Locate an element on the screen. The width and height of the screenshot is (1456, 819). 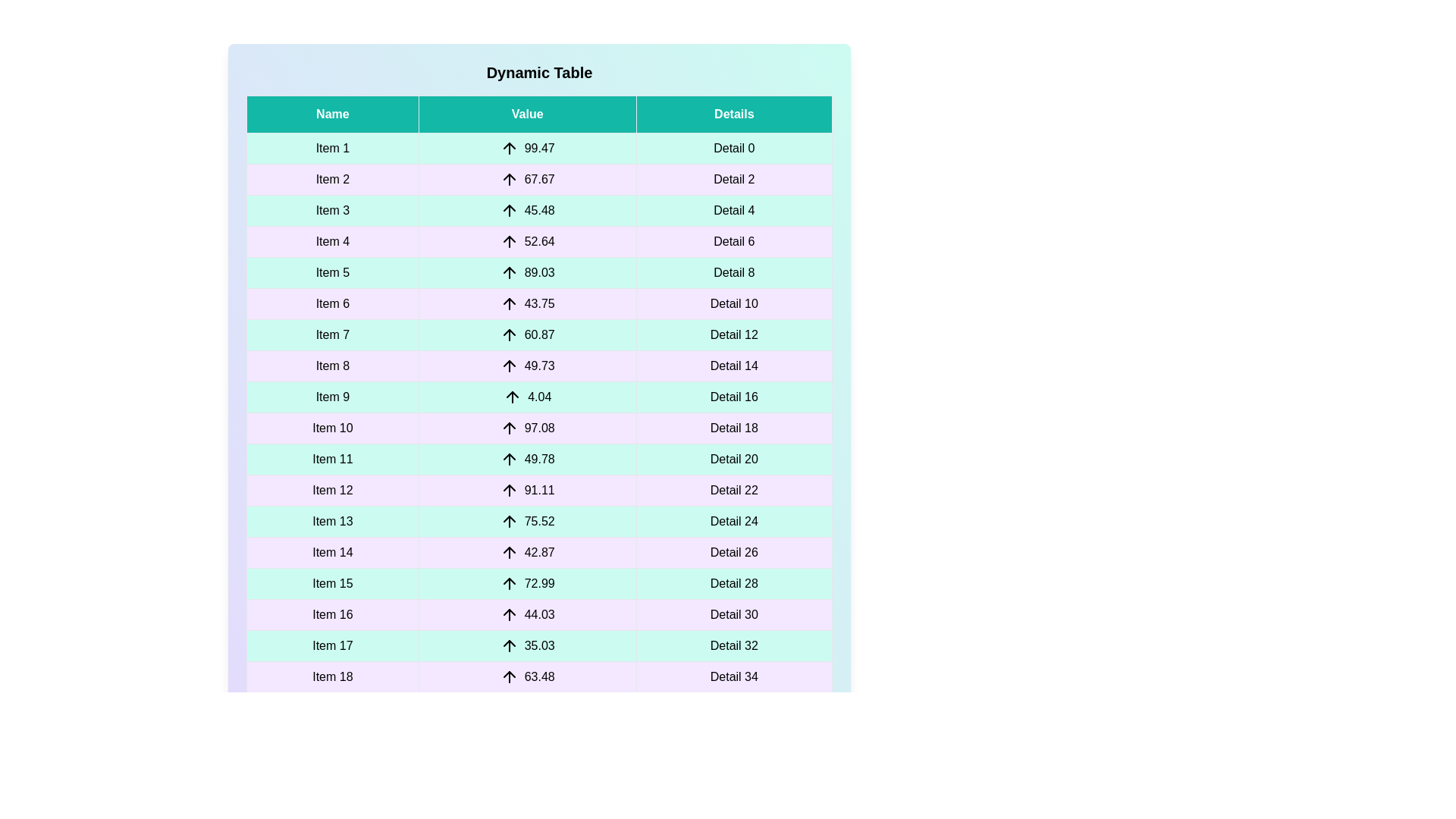
the header of the column Value to sort it is located at coordinates (527, 113).